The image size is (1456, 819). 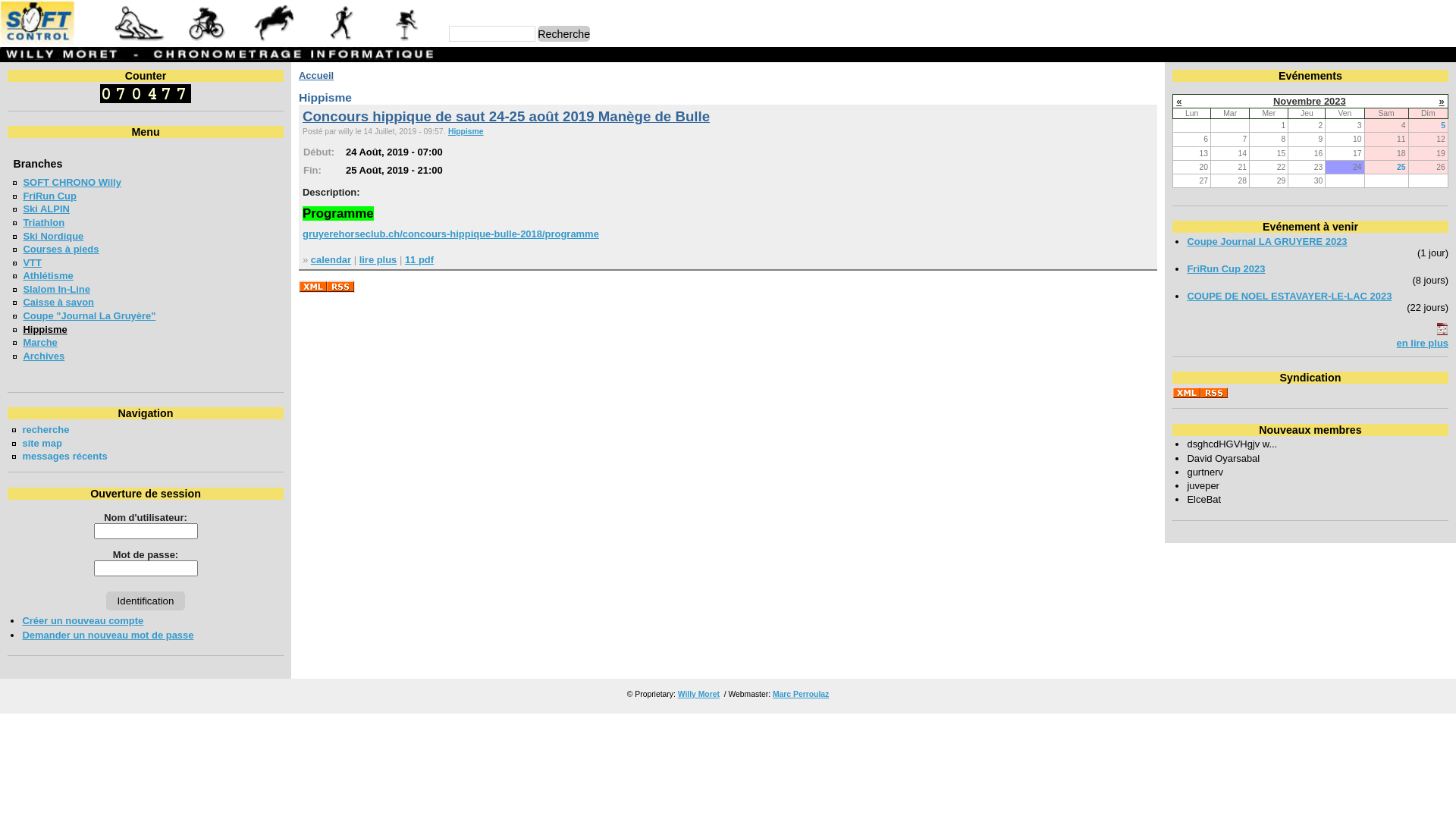 What do you see at coordinates (538, 33) in the screenshot?
I see `'Recherche'` at bounding box center [538, 33].